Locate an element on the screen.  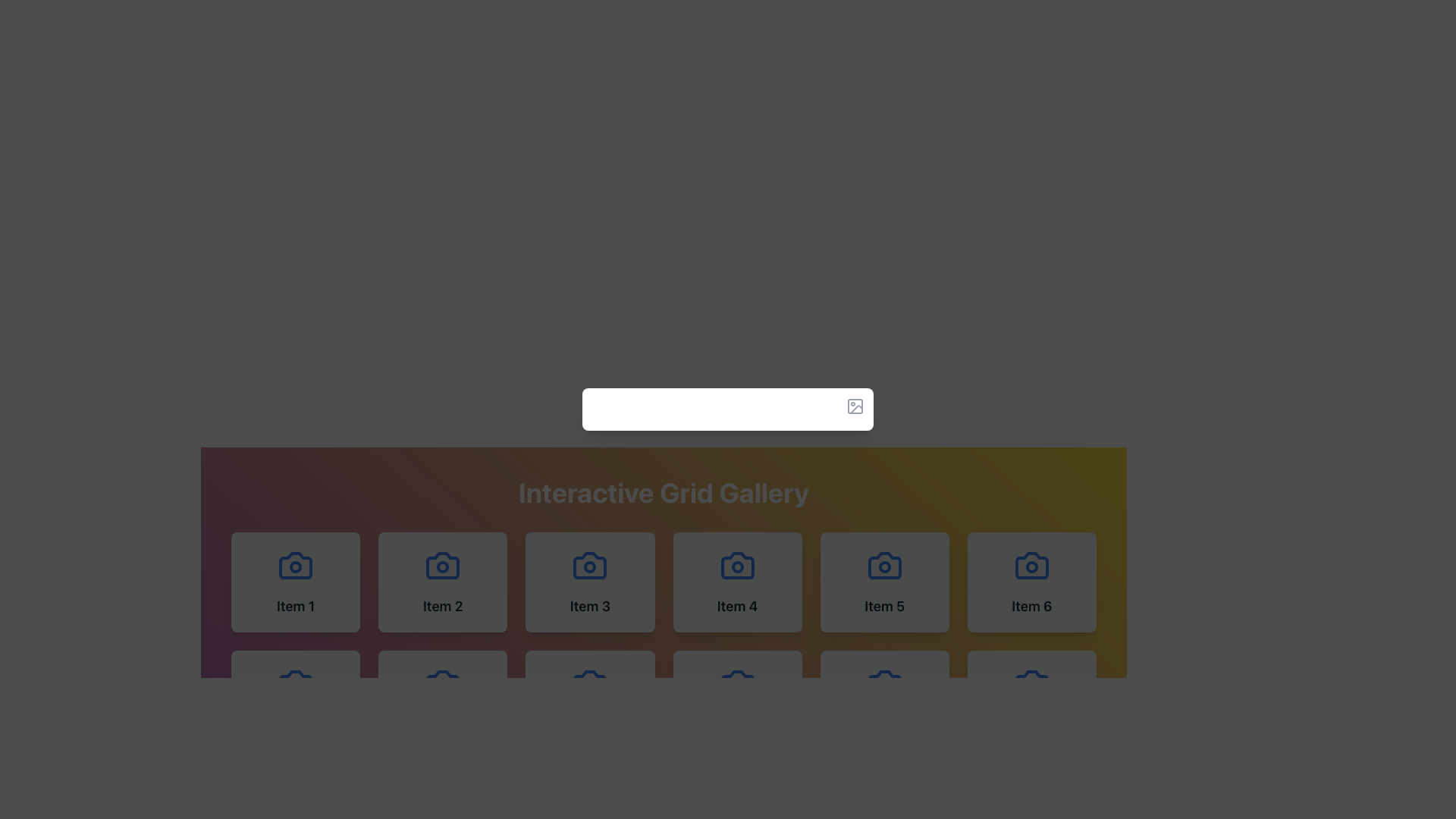
the small filled circle indicator centered inside the camera icon located in the third position from the left in the first row, directly above 'Item 3' is located at coordinates (589, 567).